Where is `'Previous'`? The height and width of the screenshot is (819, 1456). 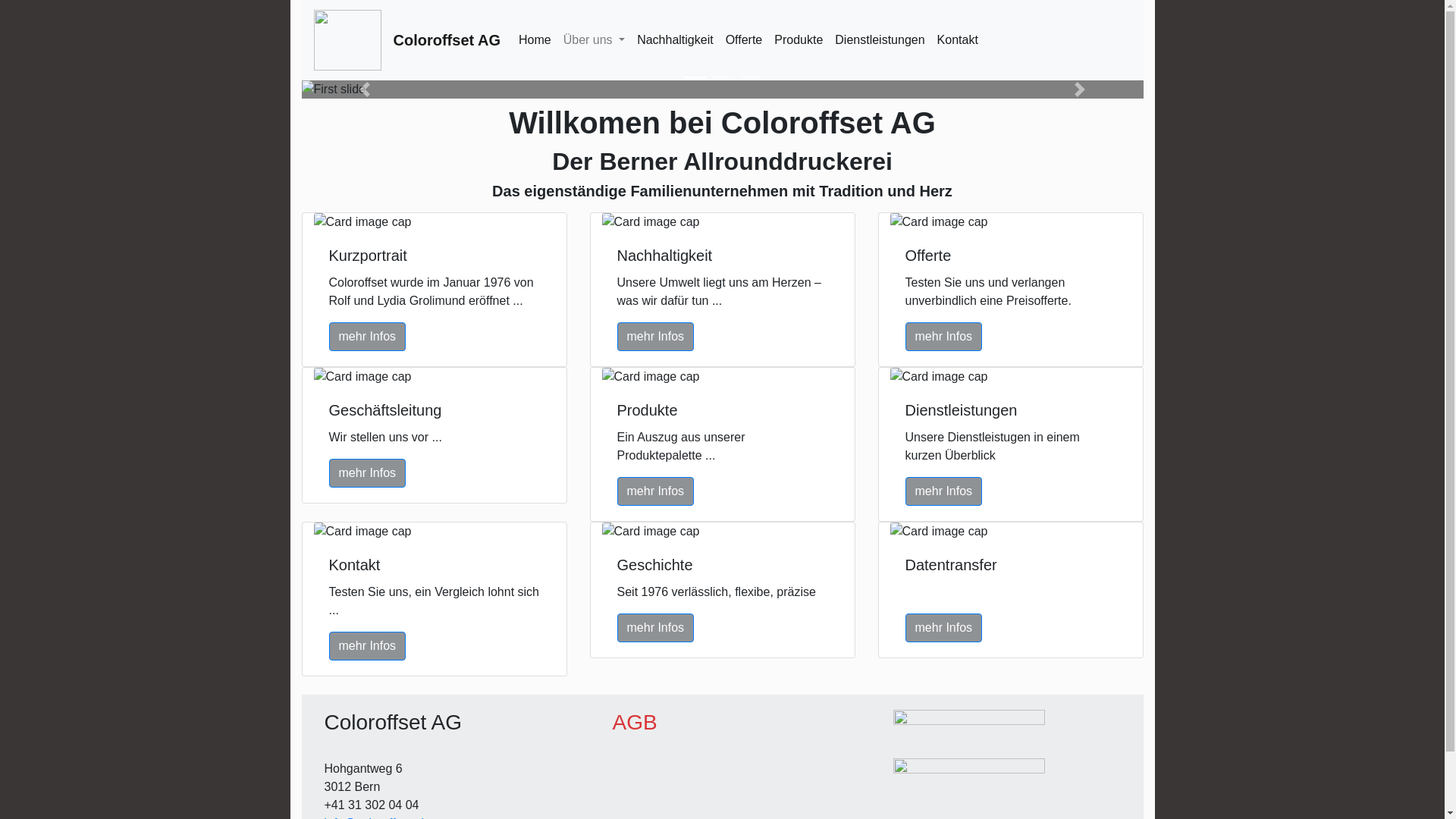 'Previous' is located at coordinates (302, 89).